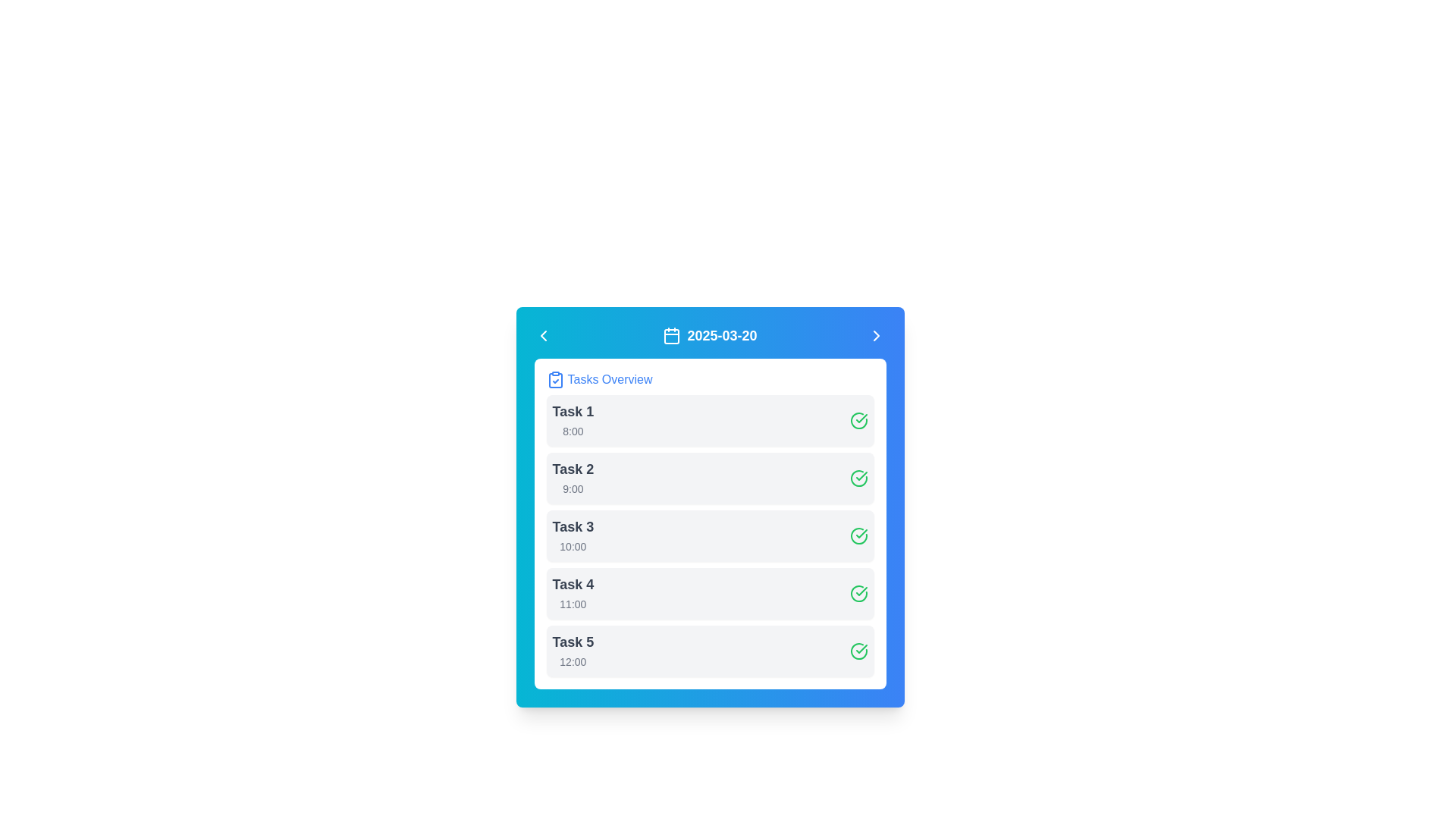 Image resolution: width=1456 pixels, height=819 pixels. I want to click on the task card labeled 'Task 3', so click(709, 535).